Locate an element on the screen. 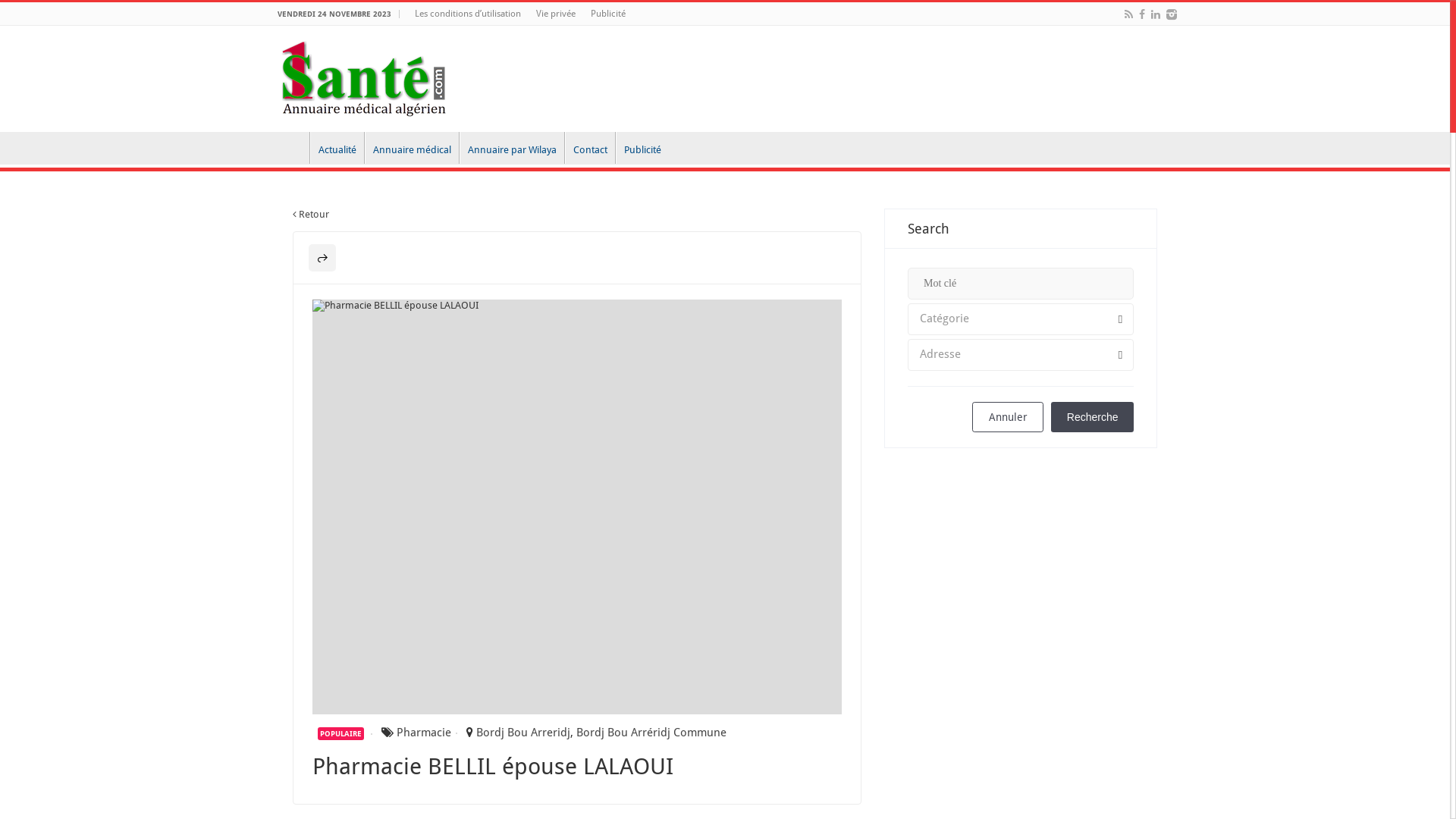 The image size is (1456, 819). 'Facebook' is located at coordinates (1137, 14).